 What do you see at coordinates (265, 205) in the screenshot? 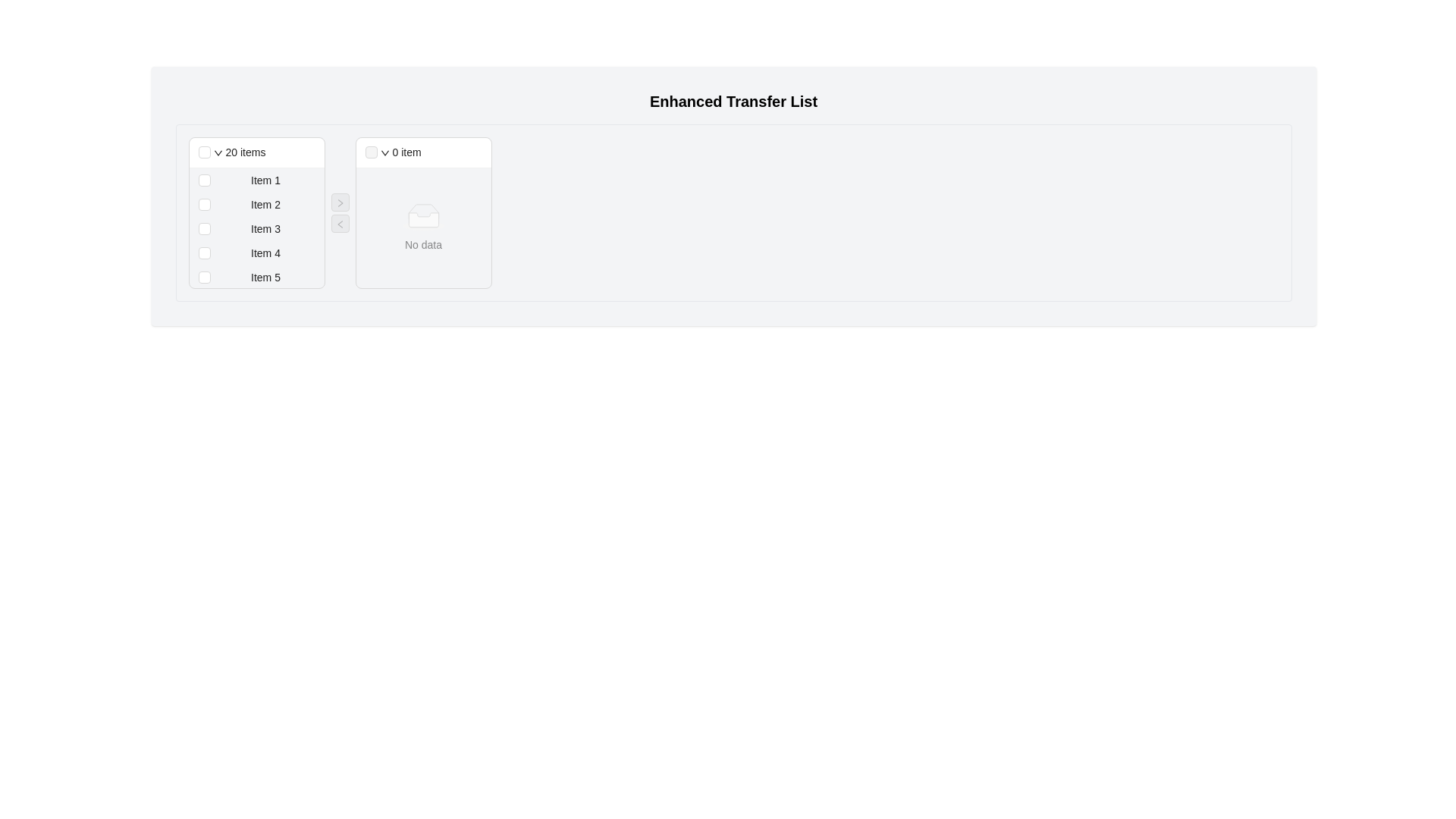
I see `the text label that reads 'Item 2' in the left pane of the transfer list, which is the second item in the list` at bounding box center [265, 205].